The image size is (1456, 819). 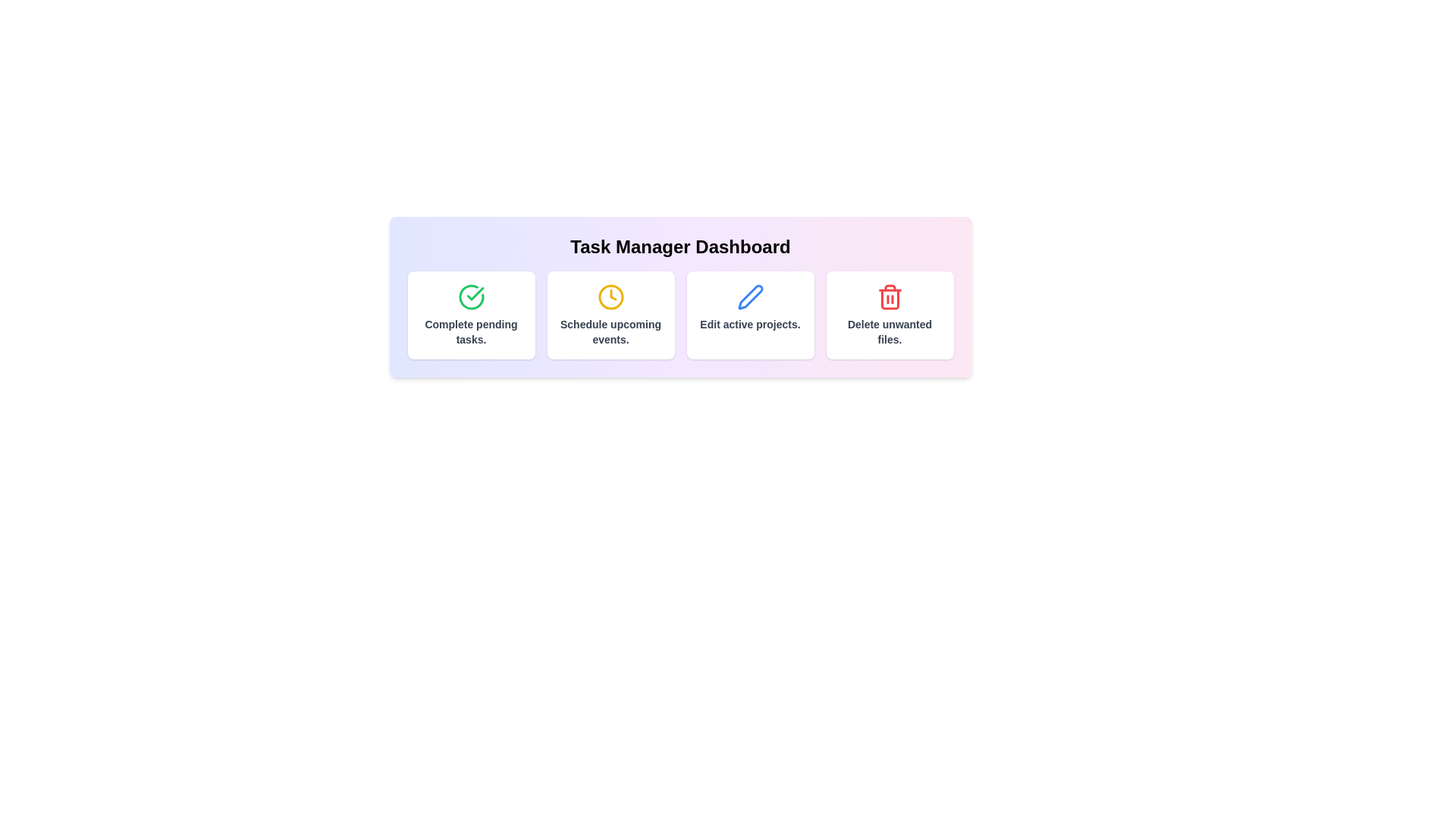 I want to click on the green checkmark icon, which is part of the 'Complete pending tasks.' card in a four-card layout, so click(x=474, y=293).